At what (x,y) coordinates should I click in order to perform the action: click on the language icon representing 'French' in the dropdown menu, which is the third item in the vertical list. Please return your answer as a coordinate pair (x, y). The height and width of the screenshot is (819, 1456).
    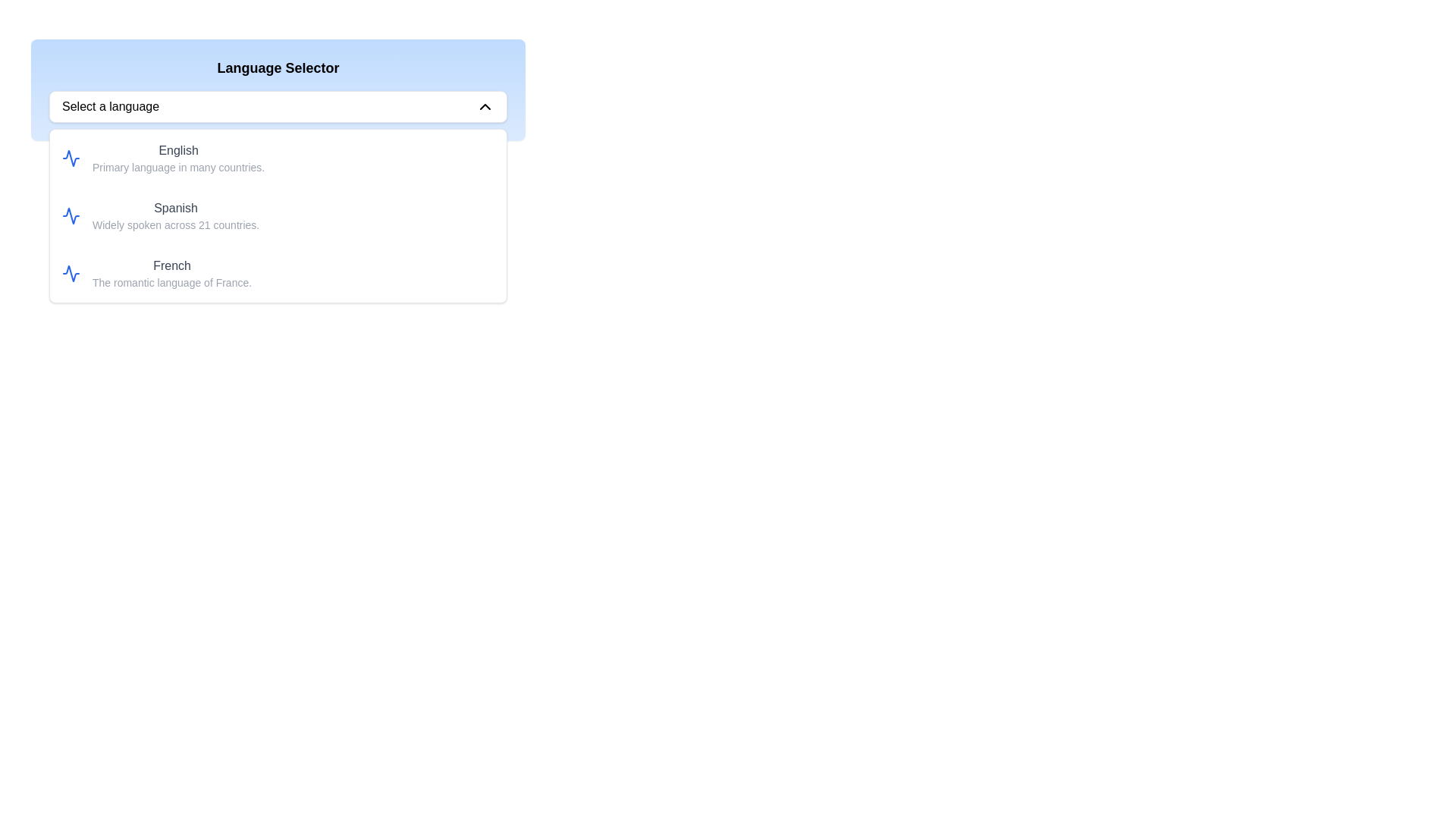
    Looking at the image, I should click on (71, 274).